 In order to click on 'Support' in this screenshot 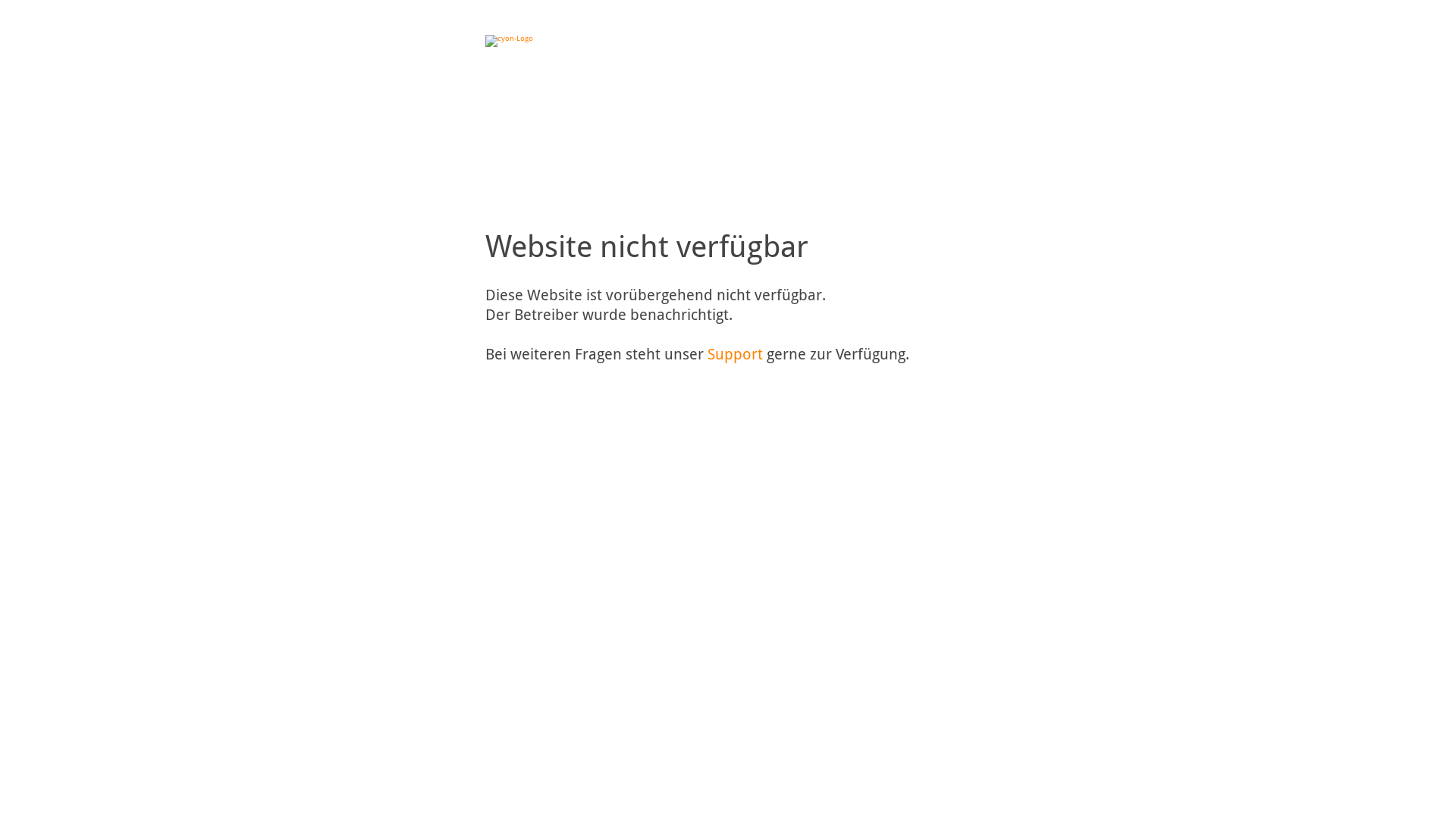, I will do `click(706, 353)`.